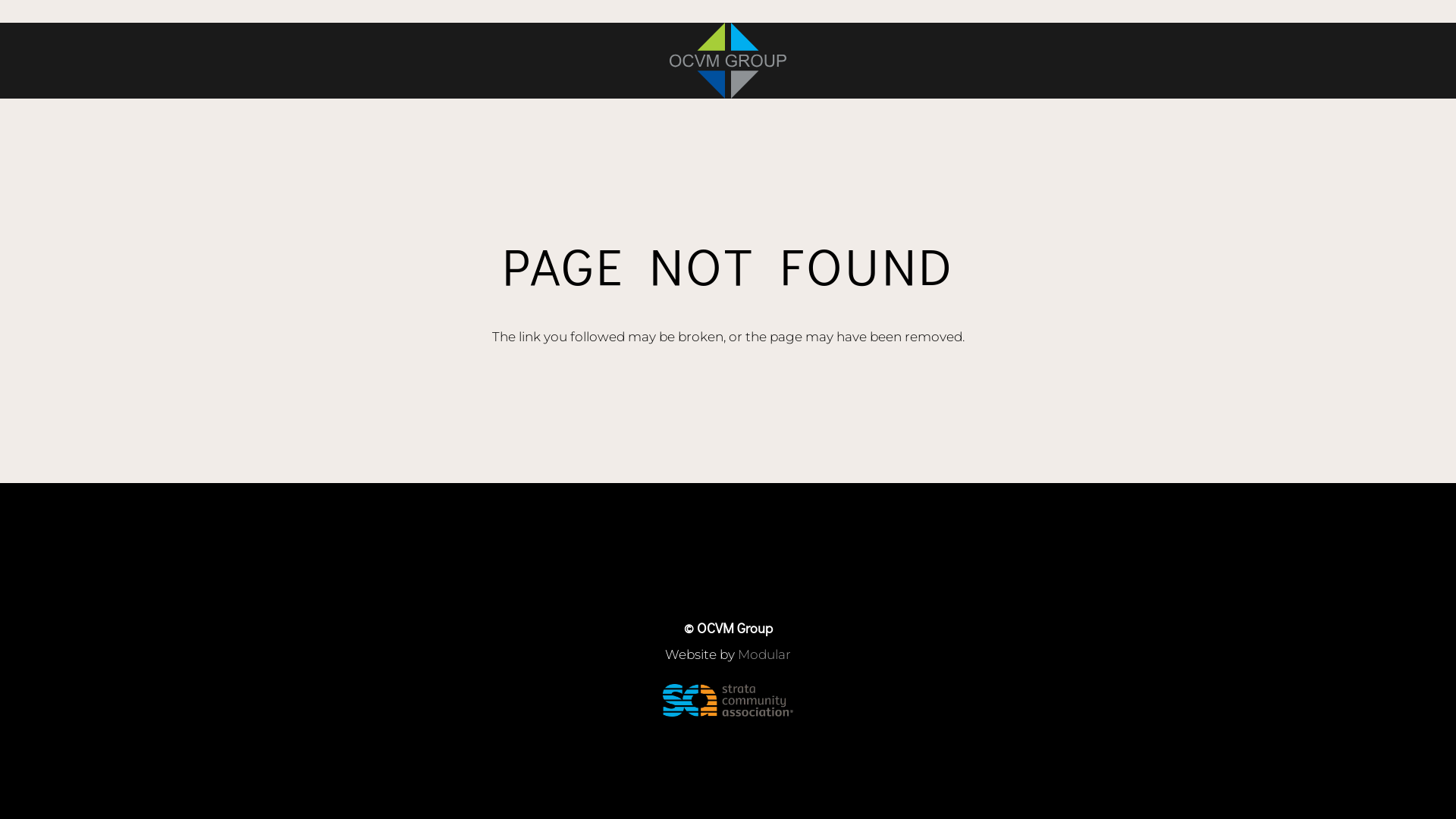  What do you see at coordinates (738, 654) in the screenshot?
I see `'Modular'` at bounding box center [738, 654].